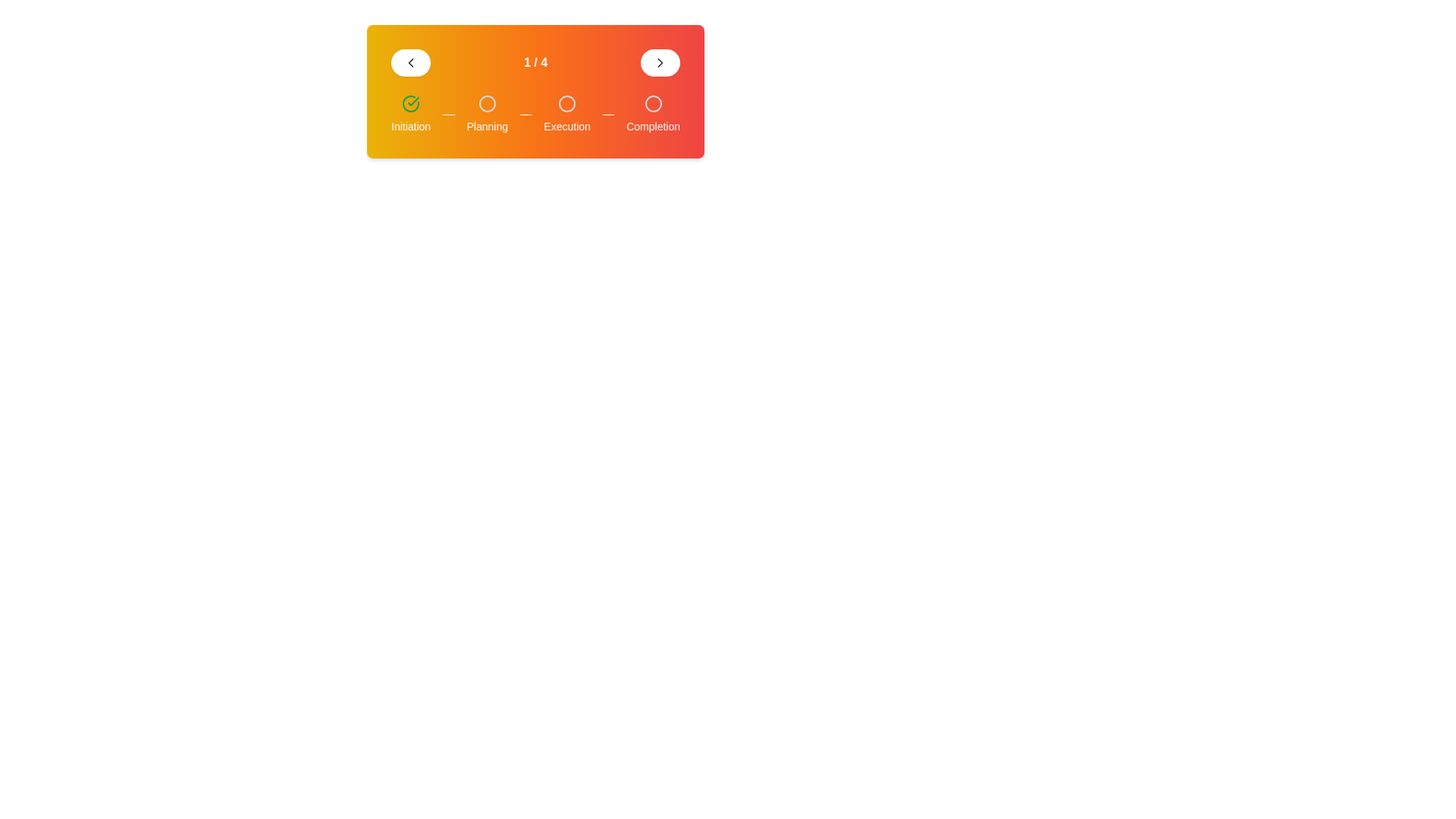 This screenshot has width=1456, height=819. What do you see at coordinates (411, 103) in the screenshot?
I see `the 'Initiation' step indicator icon located on the far left of the horizontal step progress bar` at bounding box center [411, 103].